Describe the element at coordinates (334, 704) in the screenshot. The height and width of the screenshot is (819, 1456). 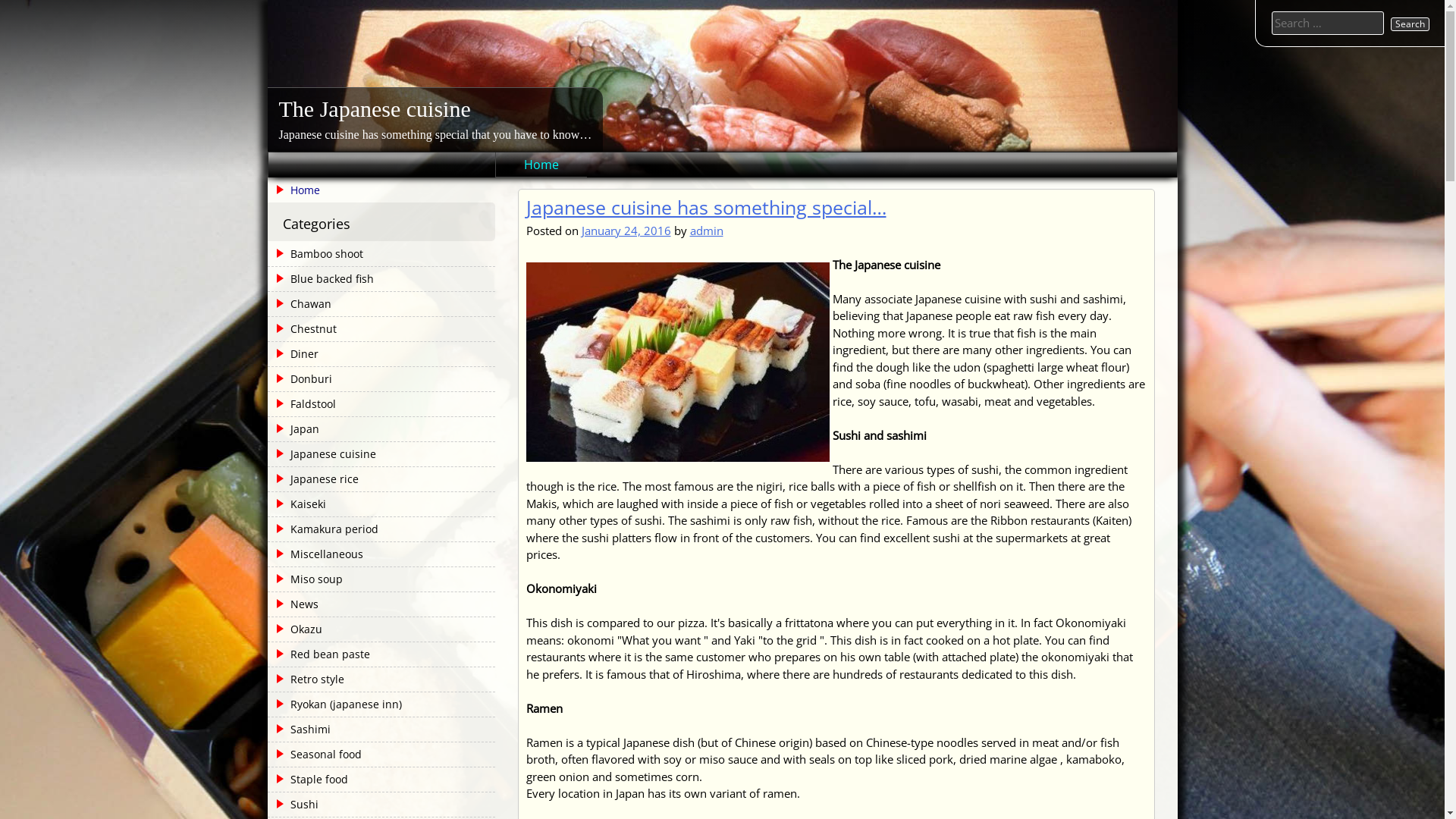
I see `'Ryokan (japanese inn)'` at that location.